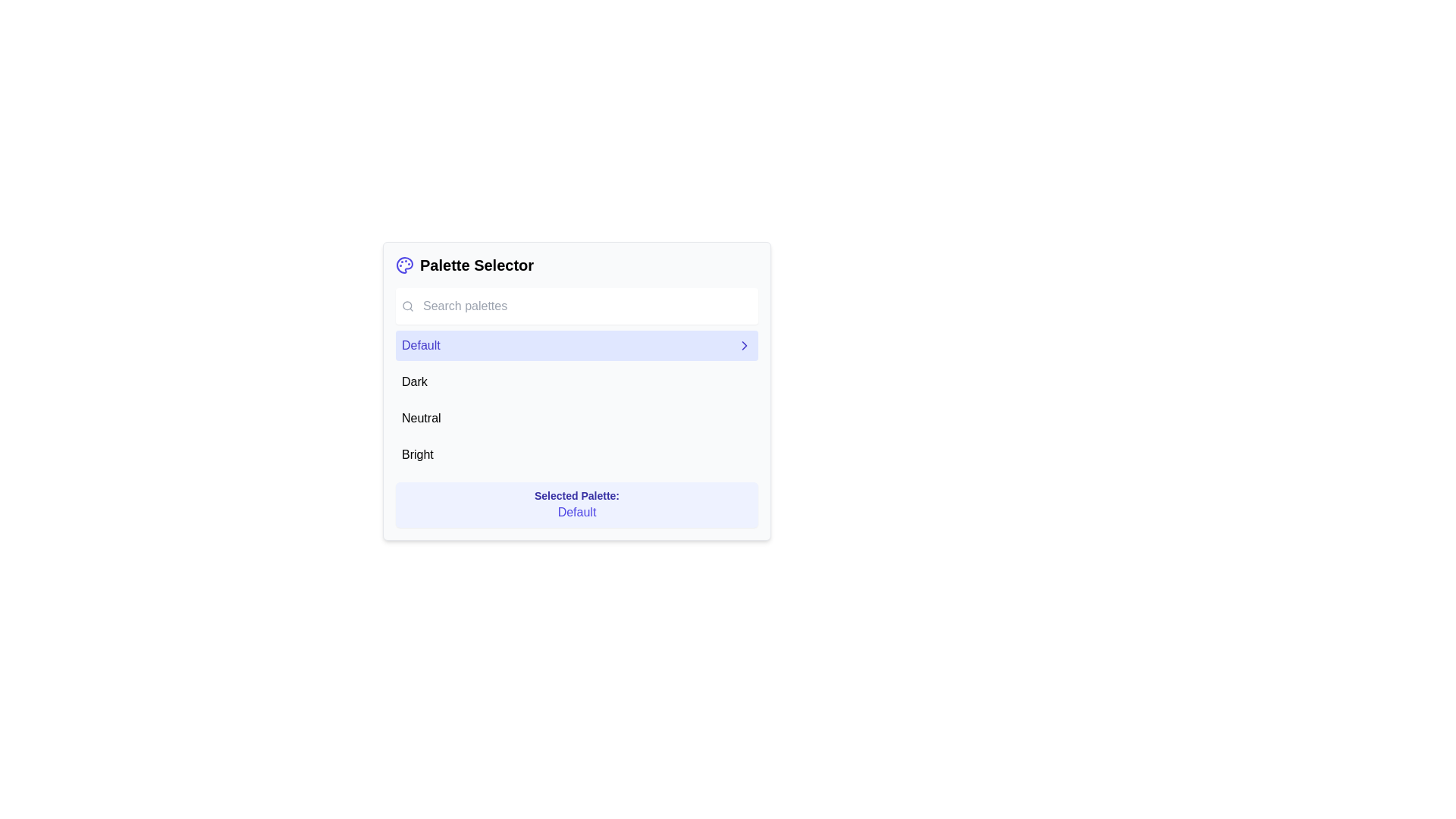 Image resolution: width=1456 pixels, height=819 pixels. What do you see at coordinates (407, 306) in the screenshot?
I see `the circular vector graphic that resembles a magnifying glass lens, positioned next to the 'Search palettes' text input field in the top-left corner of the palette selector interface` at bounding box center [407, 306].